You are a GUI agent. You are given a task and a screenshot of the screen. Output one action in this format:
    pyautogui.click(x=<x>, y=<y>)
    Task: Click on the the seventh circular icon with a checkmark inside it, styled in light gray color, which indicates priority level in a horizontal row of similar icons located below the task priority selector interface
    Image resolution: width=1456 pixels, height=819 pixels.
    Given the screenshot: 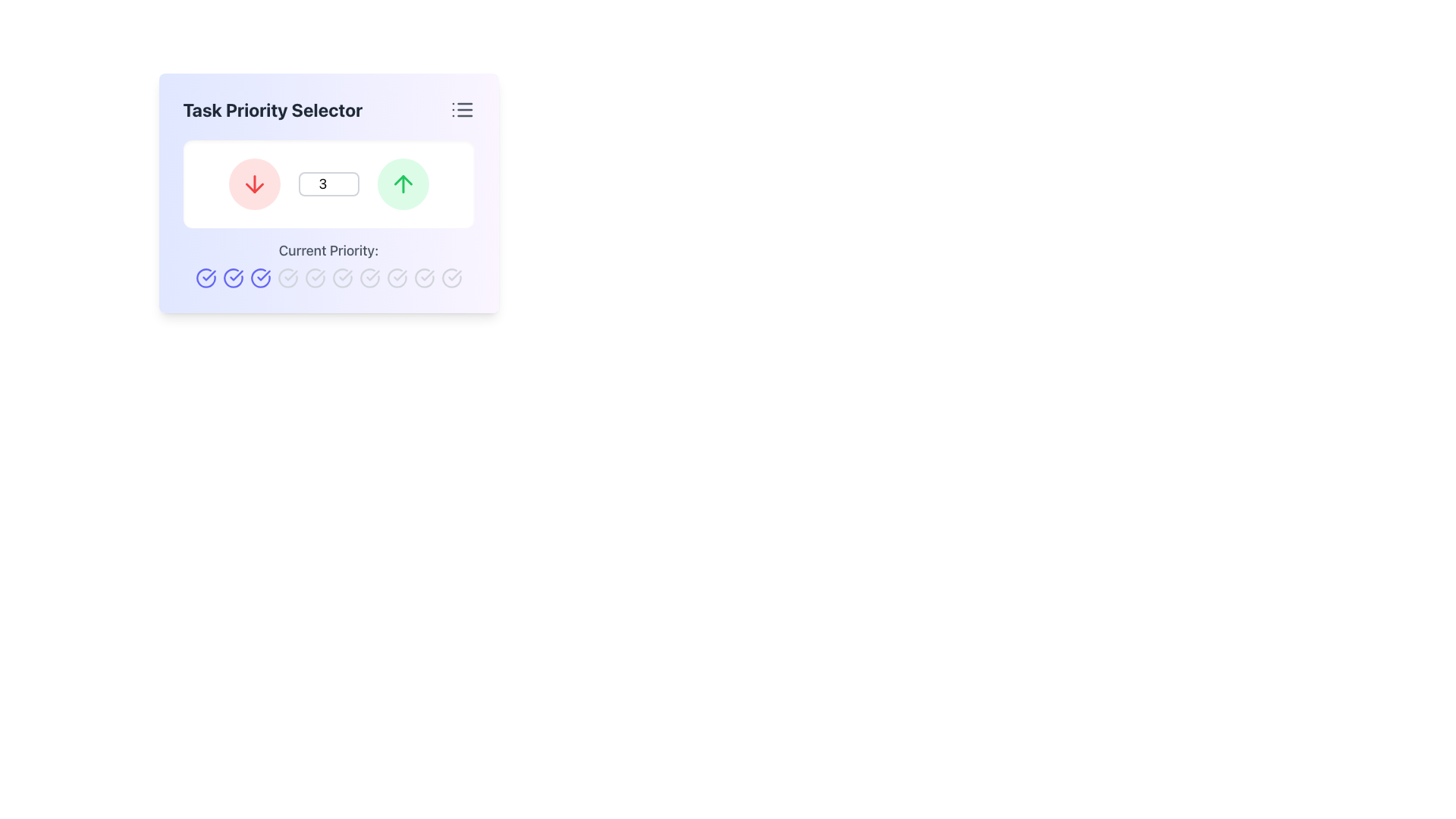 What is the action you would take?
    pyautogui.click(x=341, y=278)
    